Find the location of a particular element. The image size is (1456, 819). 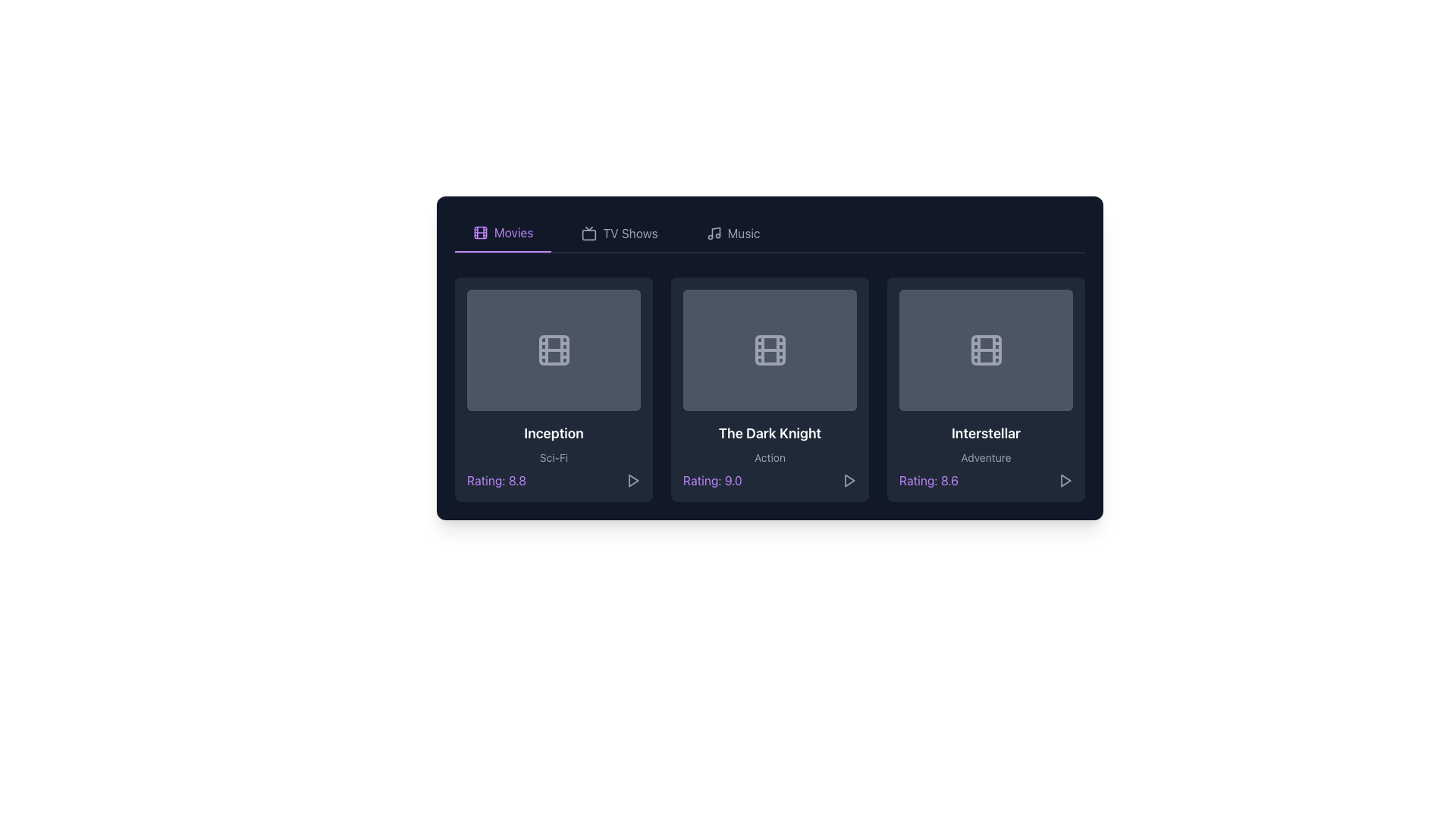

the film genre icon located in the upper half of the third card in the horizontal list of movie cards is located at coordinates (986, 350).